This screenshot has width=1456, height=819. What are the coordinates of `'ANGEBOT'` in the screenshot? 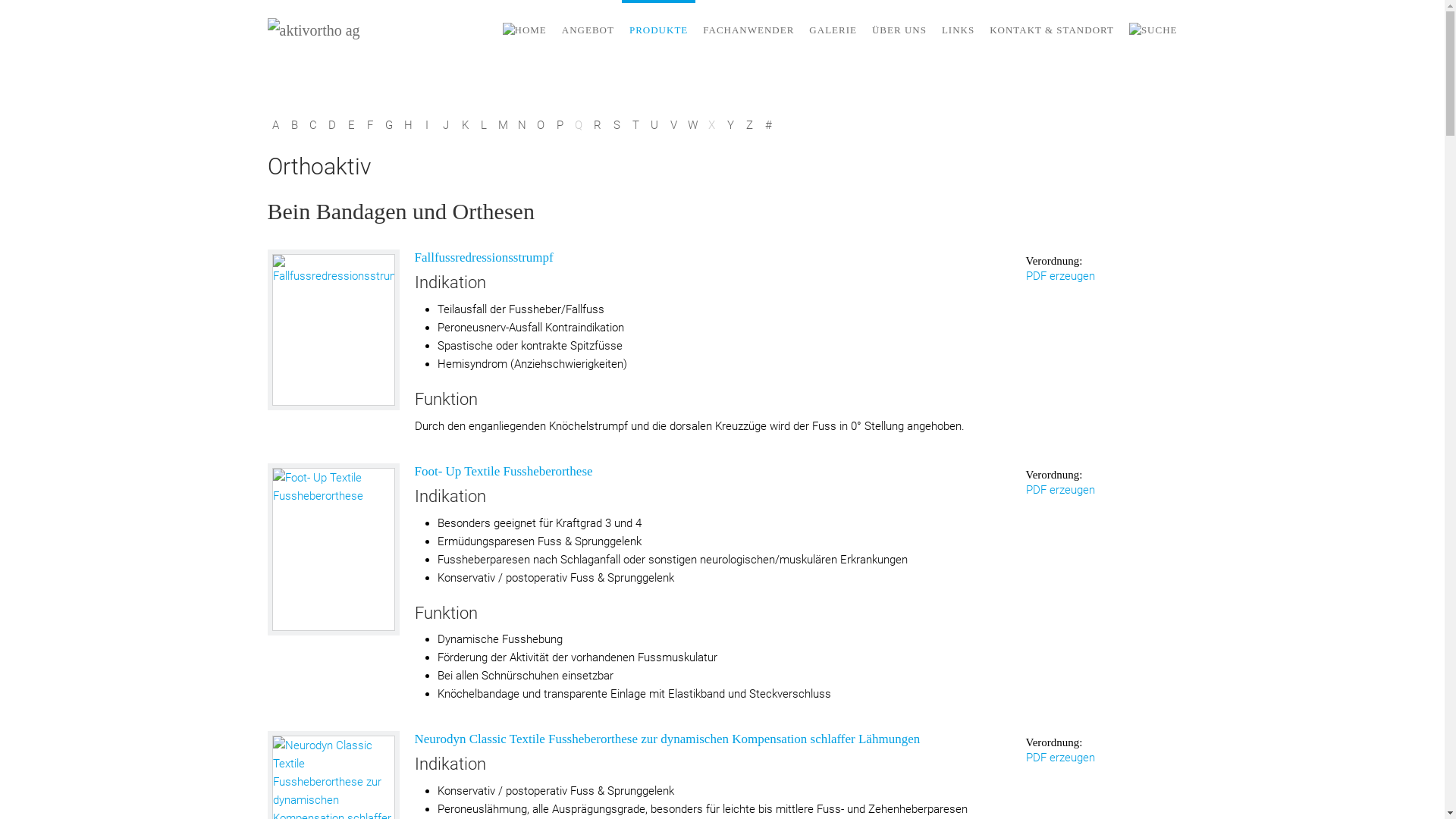 It's located at (587, 30).